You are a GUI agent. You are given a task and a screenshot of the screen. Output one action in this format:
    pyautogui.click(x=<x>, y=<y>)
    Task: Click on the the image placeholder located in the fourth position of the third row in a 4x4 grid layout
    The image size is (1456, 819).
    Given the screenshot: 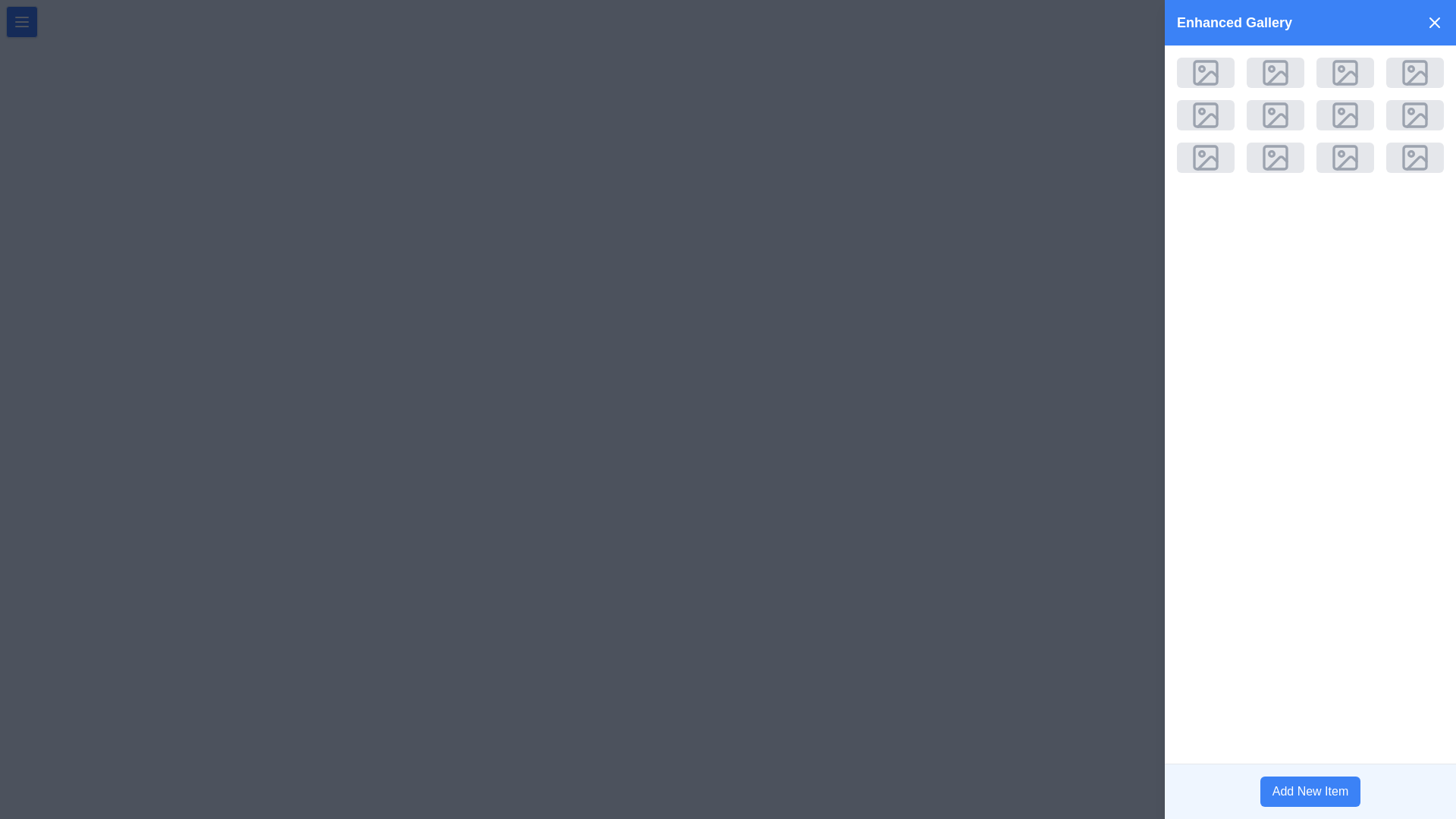 What is the action you would take?
    pyautogui.click(x=1345, y=114)
    